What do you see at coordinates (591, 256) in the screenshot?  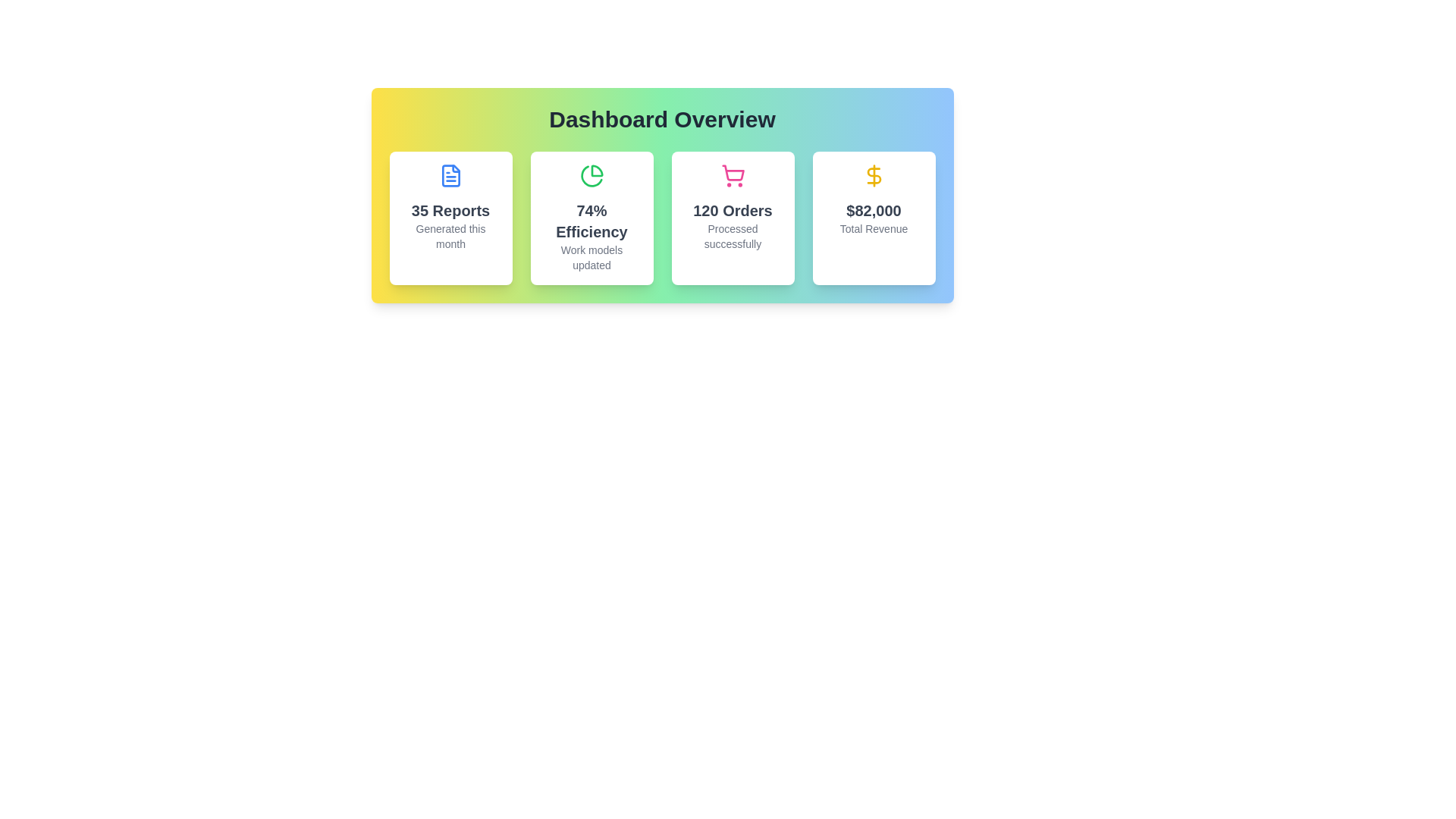 I see `the text element displaying 'Work models updated', which is located below the '74% Efficiency' text in the second card of a row of four cards` at bounding box center [591, 256].